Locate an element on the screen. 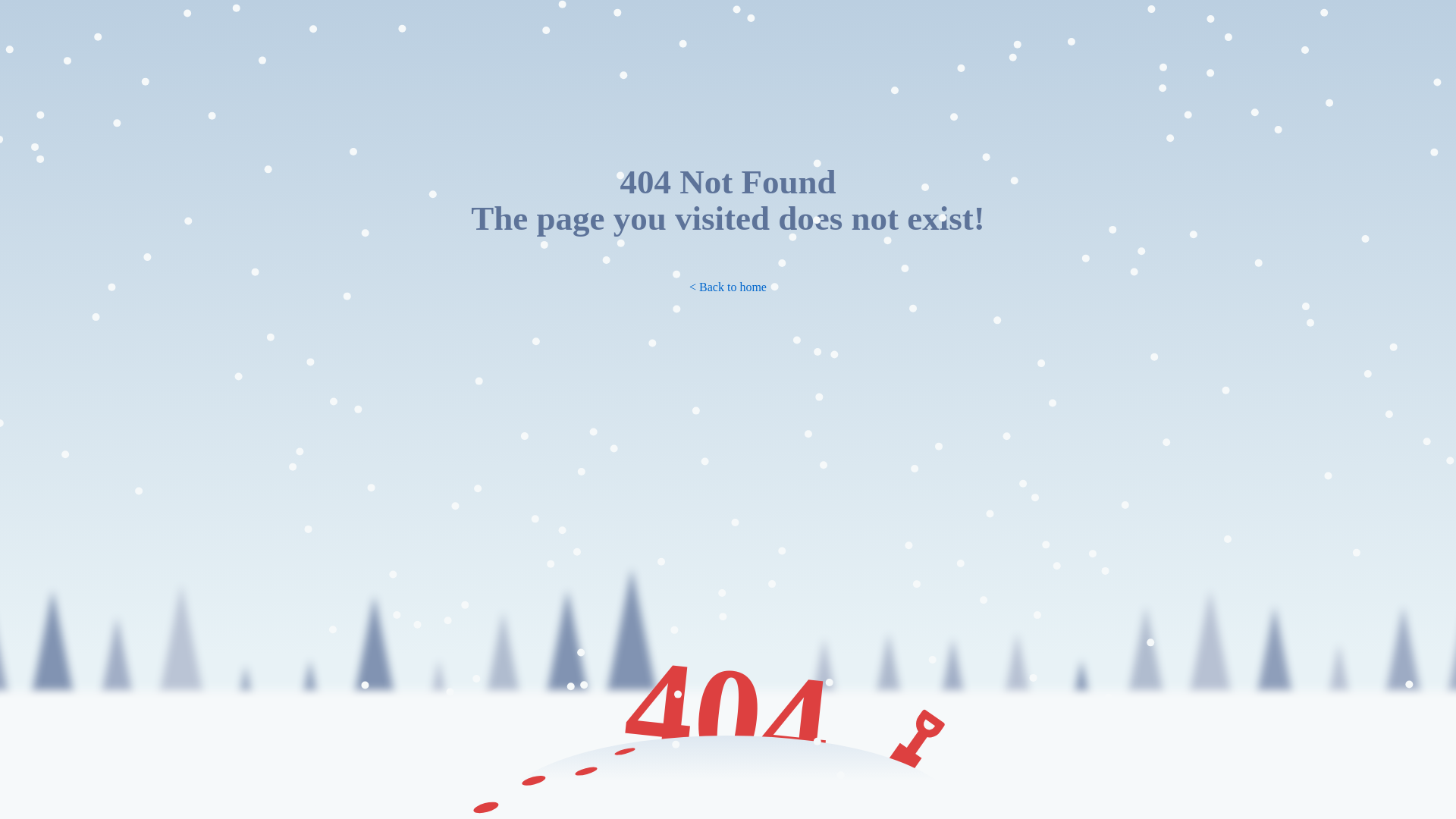 The width and height of the screenshot is (1456, 819). '< Back to home' is located at coordinates (728, 287).